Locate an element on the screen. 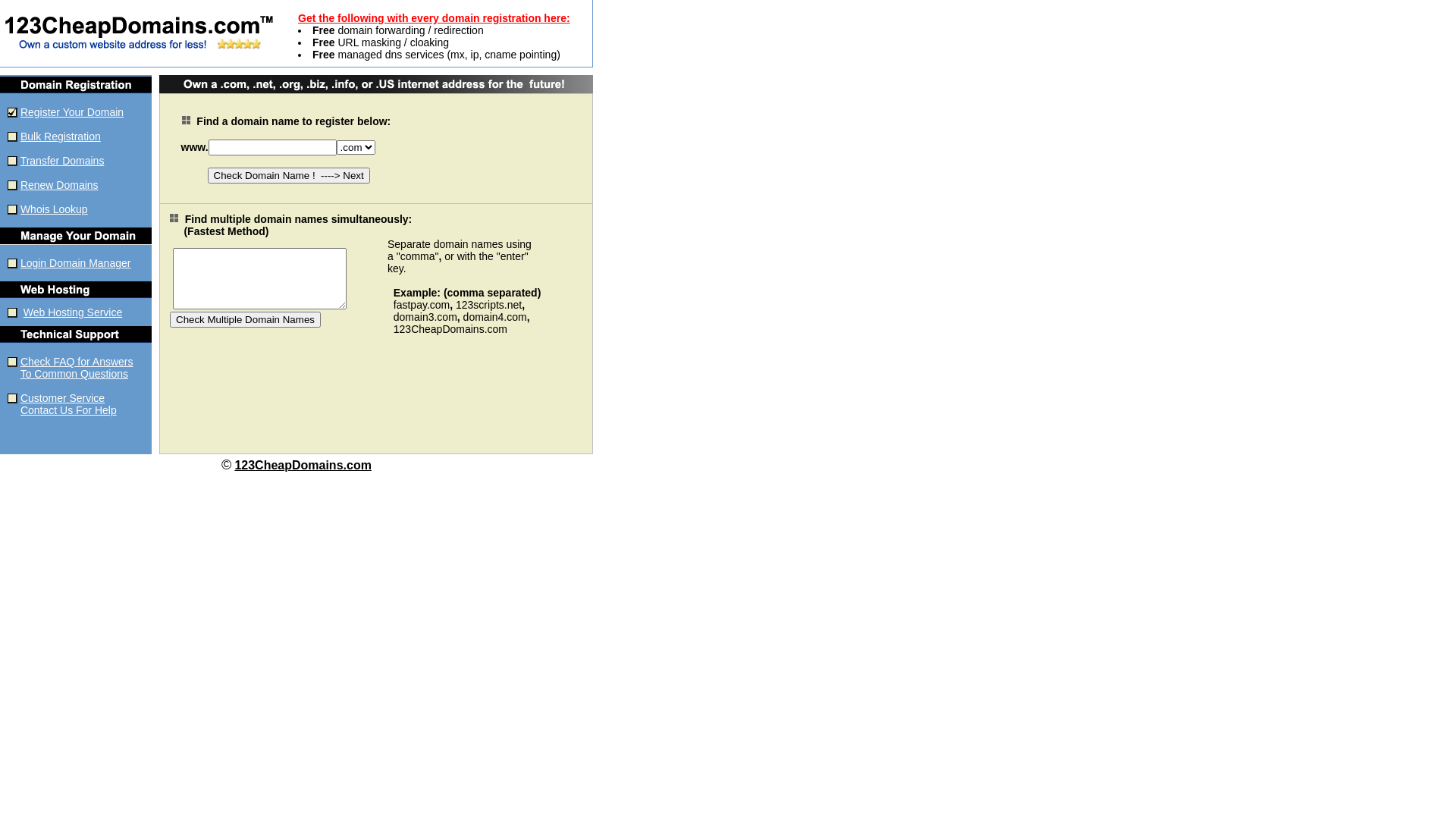 This screenshot has height=819, width=1456. 'Whois Lookup' is located at coordinates (54, 209).